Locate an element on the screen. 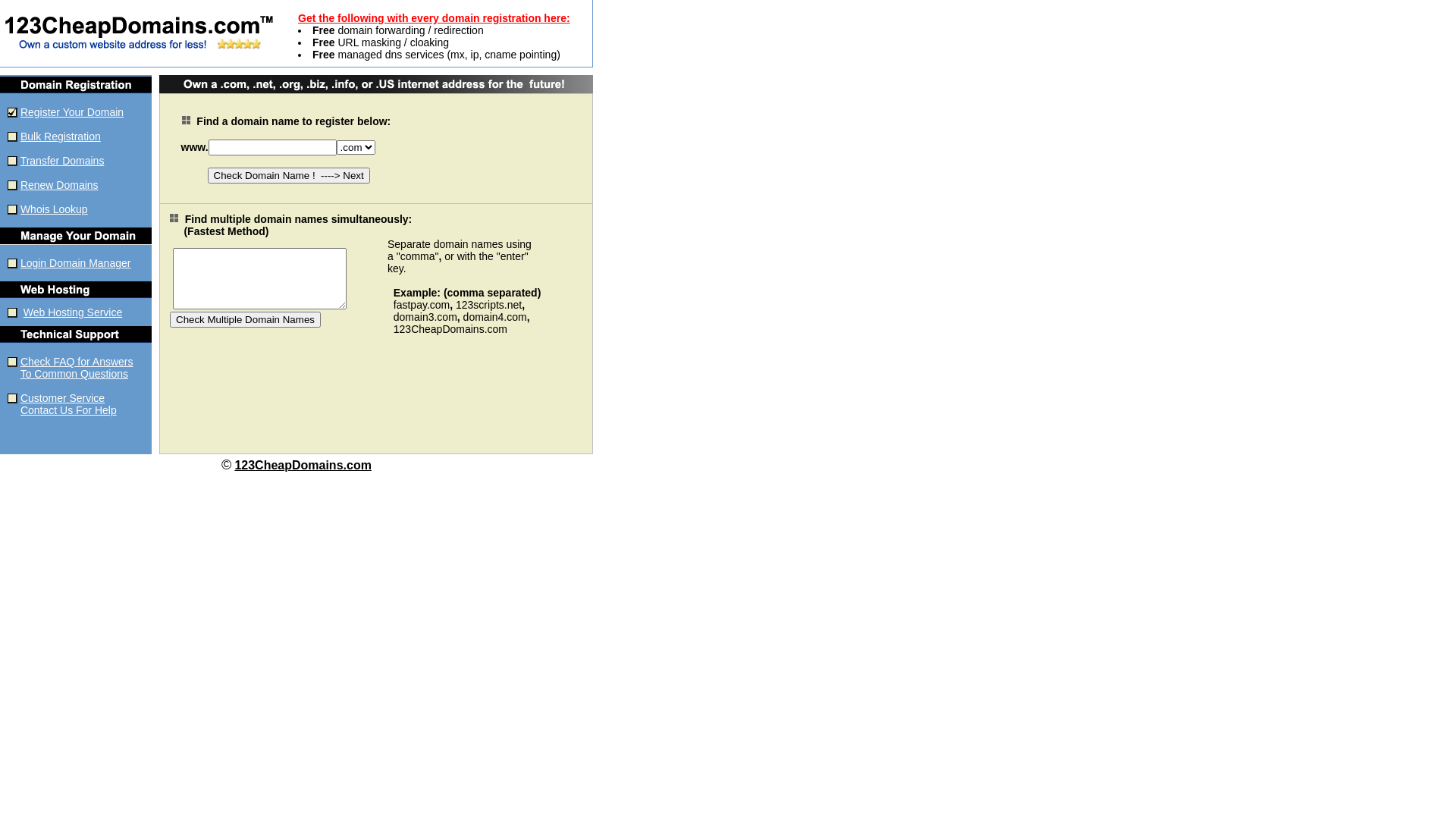 This screenshot has height=819, width=1456. 'Whois Lookup' is located at coordinates (54, 209).